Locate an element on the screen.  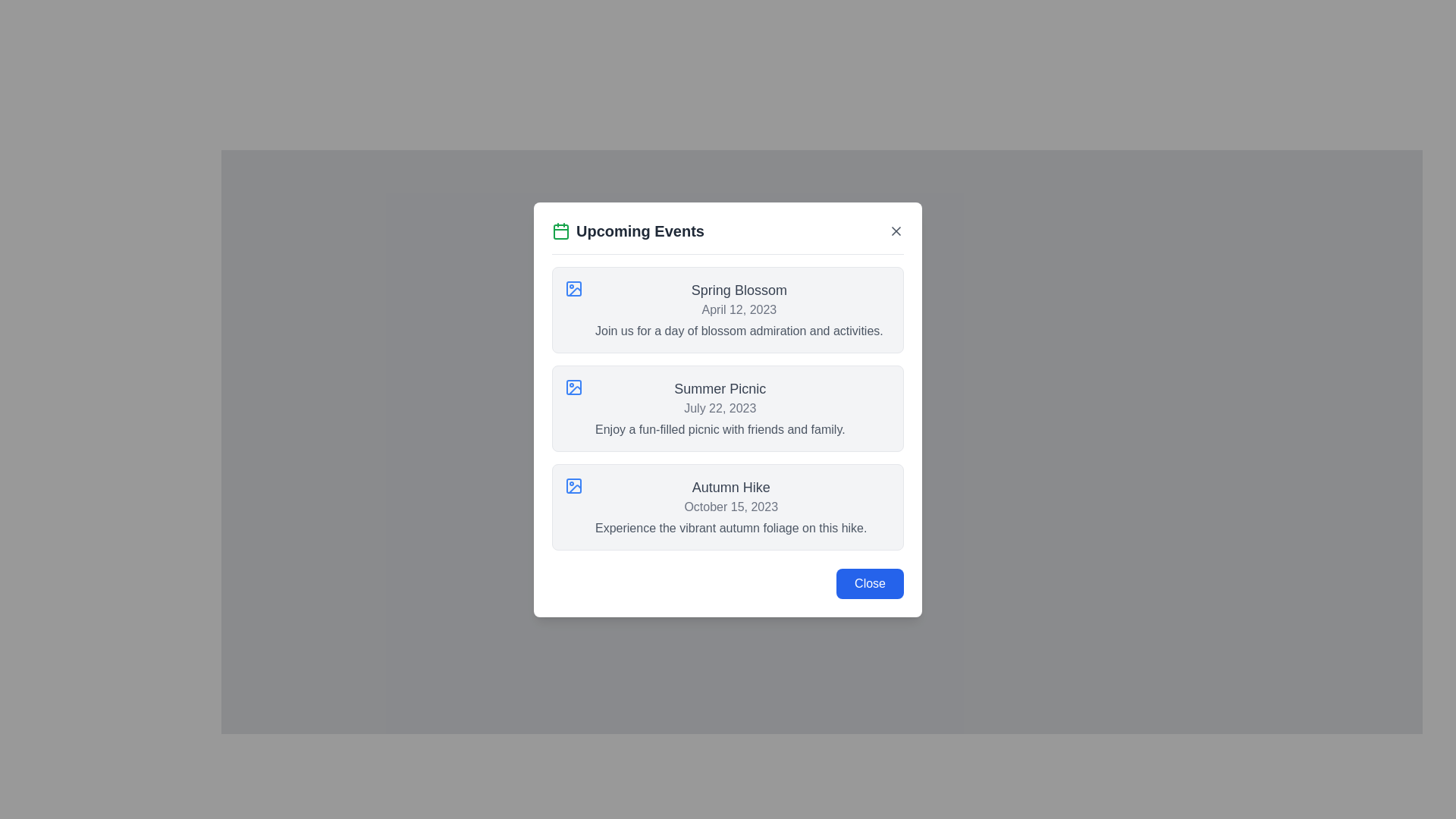
the 'X' icon in the top-right corner of the modal dialog is located at coordinates (896, 231).